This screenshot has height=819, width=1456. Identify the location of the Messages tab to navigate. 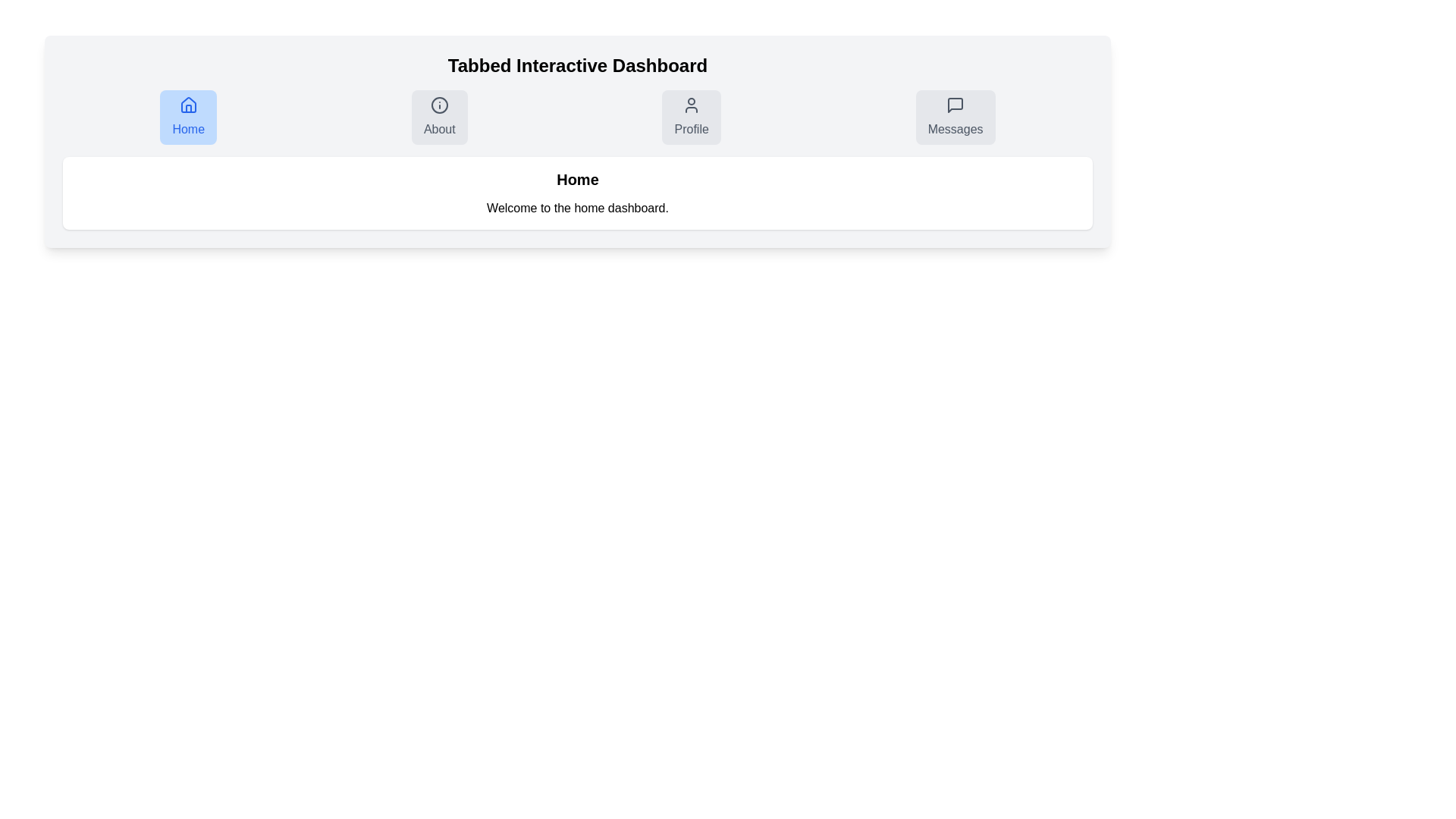
(955, 116).